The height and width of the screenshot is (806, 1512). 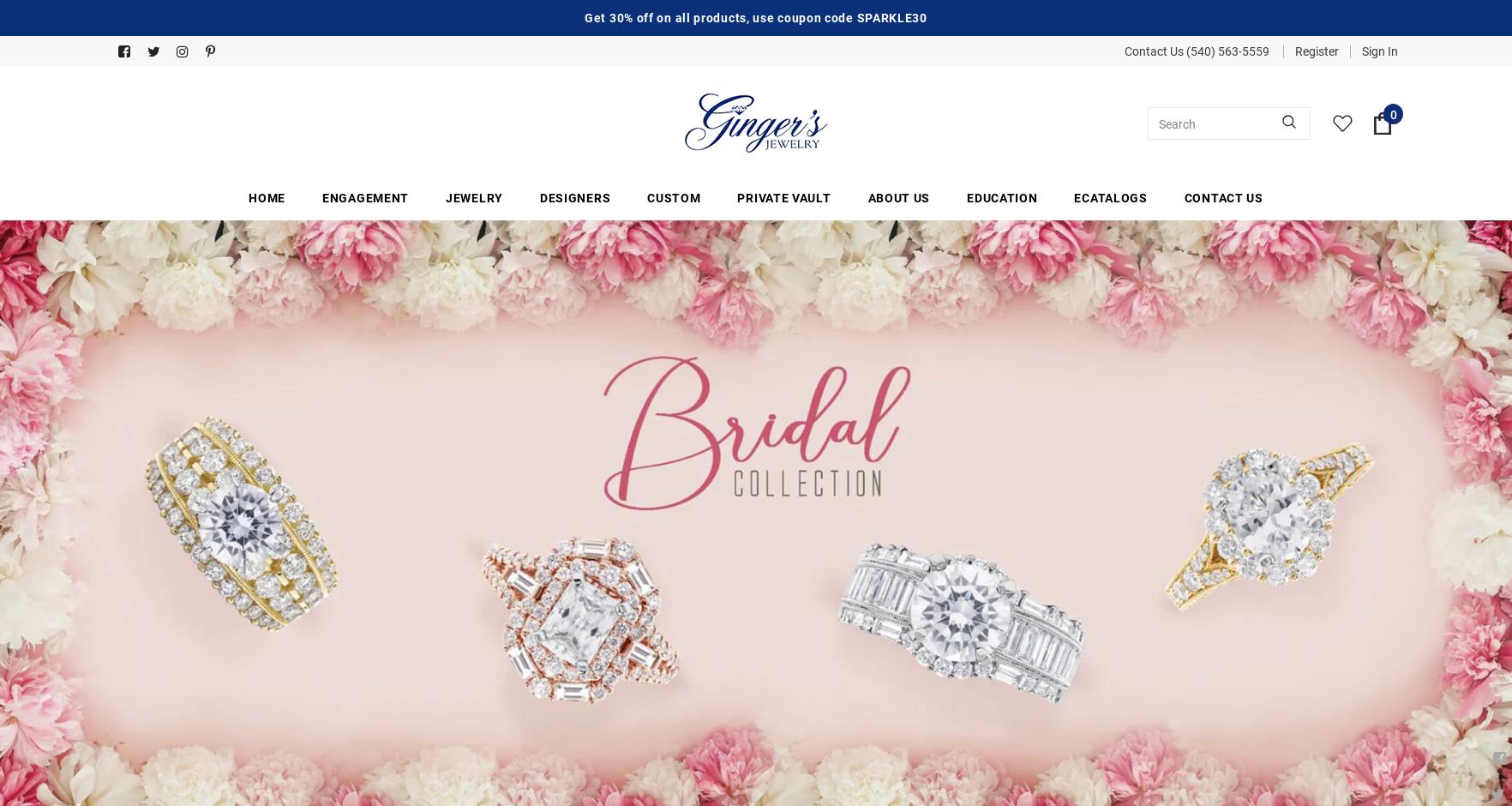 I want to click on 'Sign In', so click(x=1378, y=50).